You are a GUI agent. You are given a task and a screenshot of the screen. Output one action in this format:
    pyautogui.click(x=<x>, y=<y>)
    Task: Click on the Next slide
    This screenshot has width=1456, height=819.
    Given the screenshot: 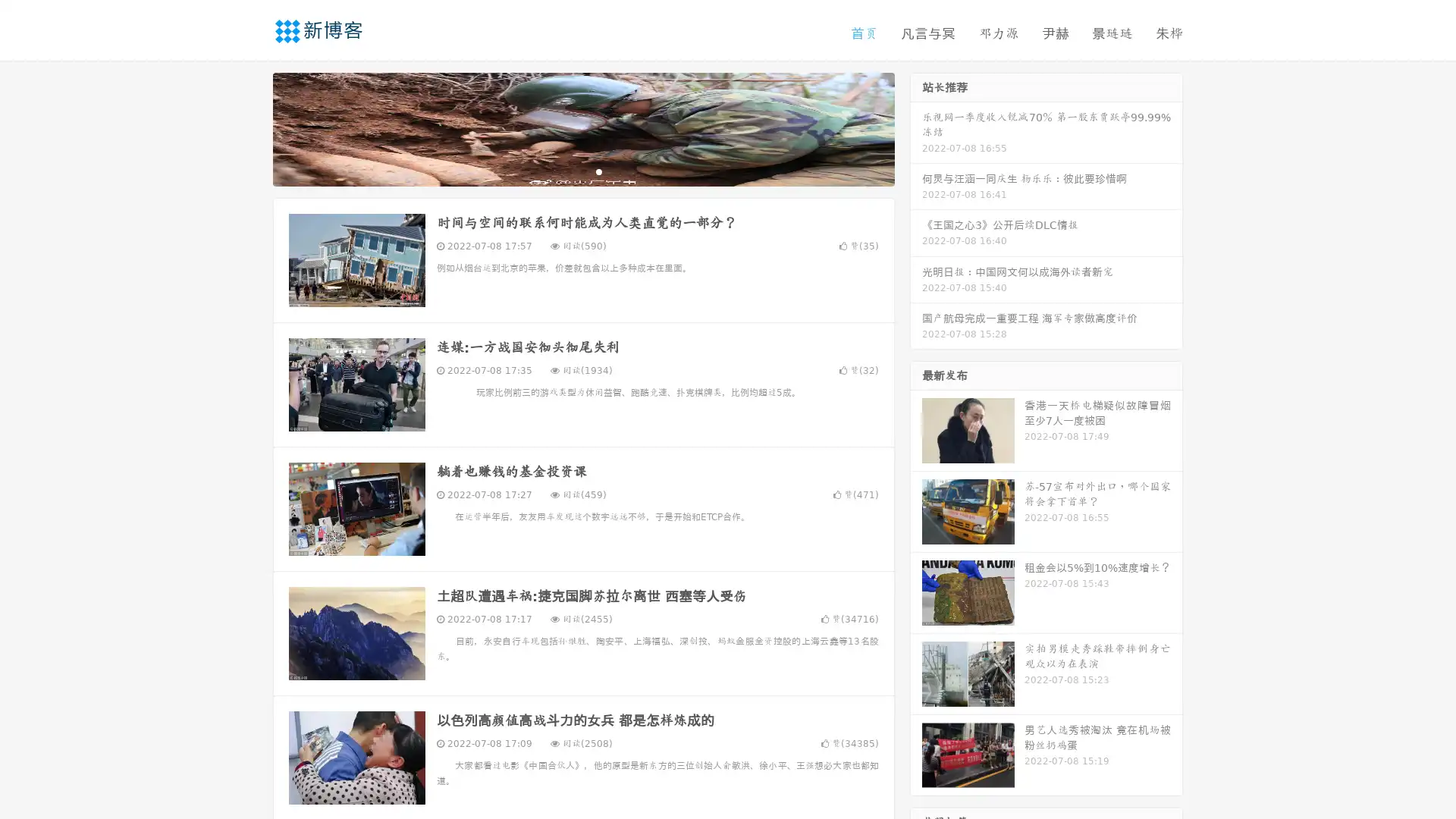 What is the action you would take?
    pyautogui.click(x=916, y=127)
    